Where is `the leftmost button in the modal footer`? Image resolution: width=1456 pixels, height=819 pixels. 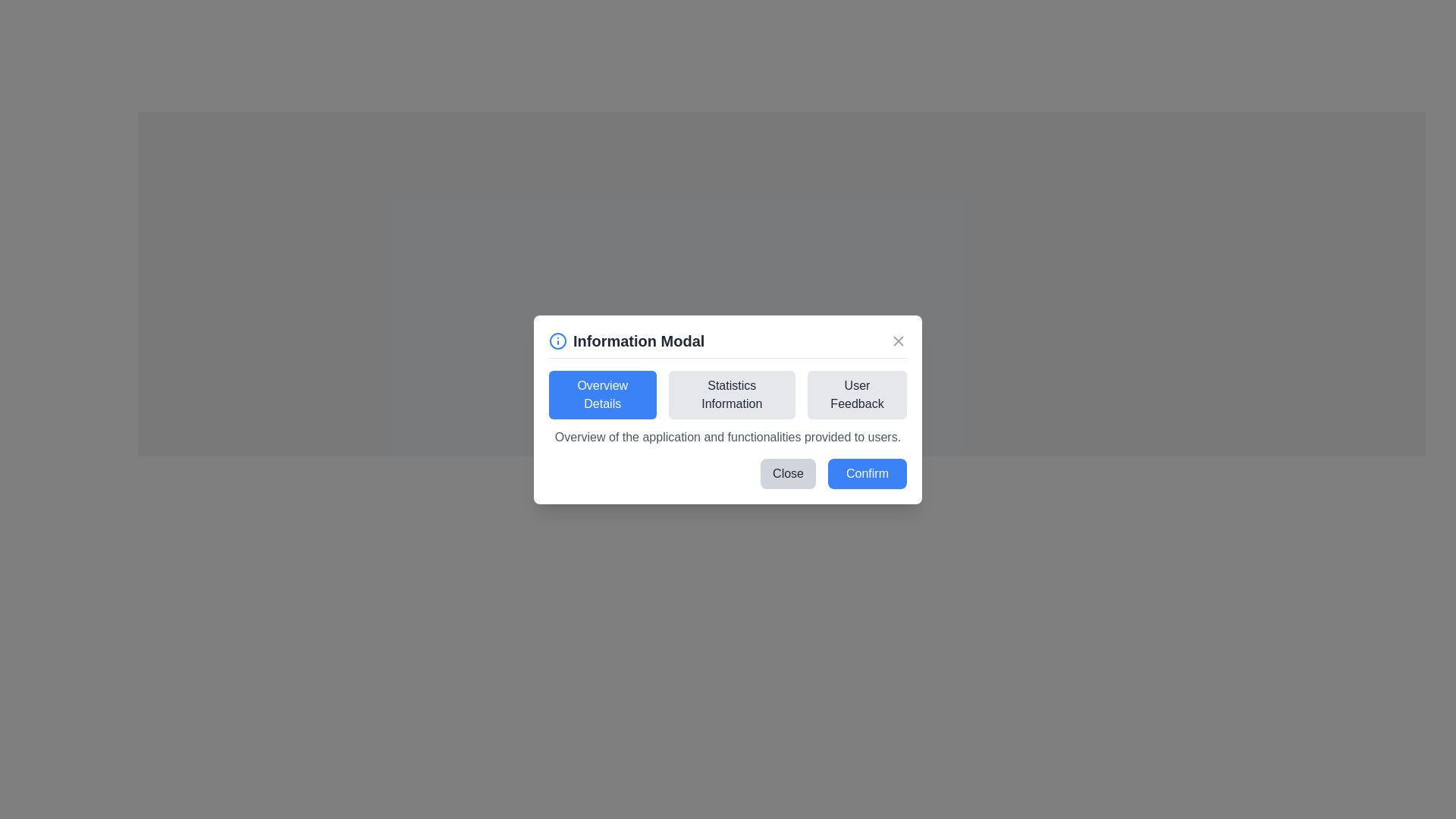 the leftmost button in the modal footer is located at coordinates (788, 472).